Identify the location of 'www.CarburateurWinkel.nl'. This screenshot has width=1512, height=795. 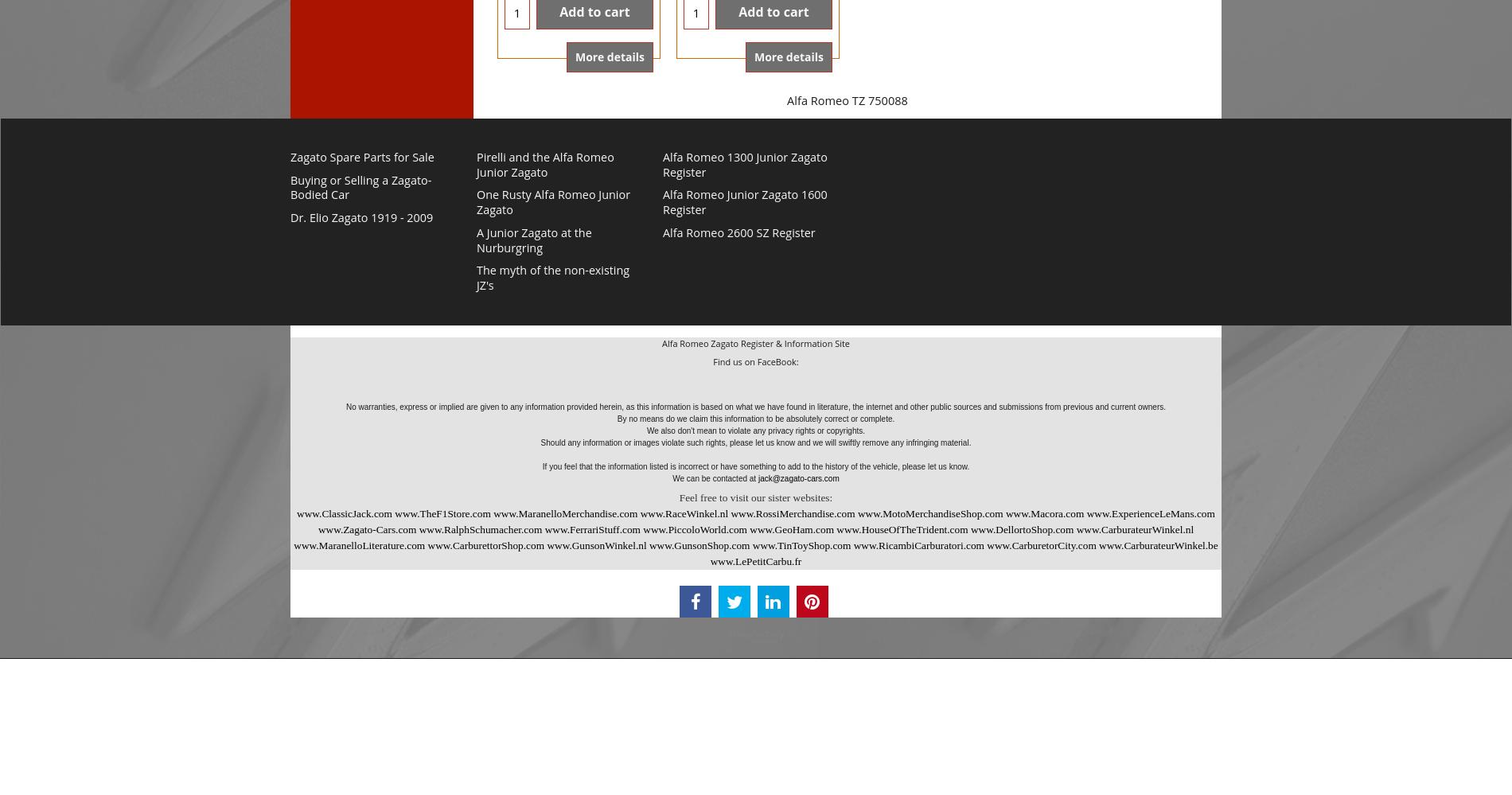
(1134, 528).